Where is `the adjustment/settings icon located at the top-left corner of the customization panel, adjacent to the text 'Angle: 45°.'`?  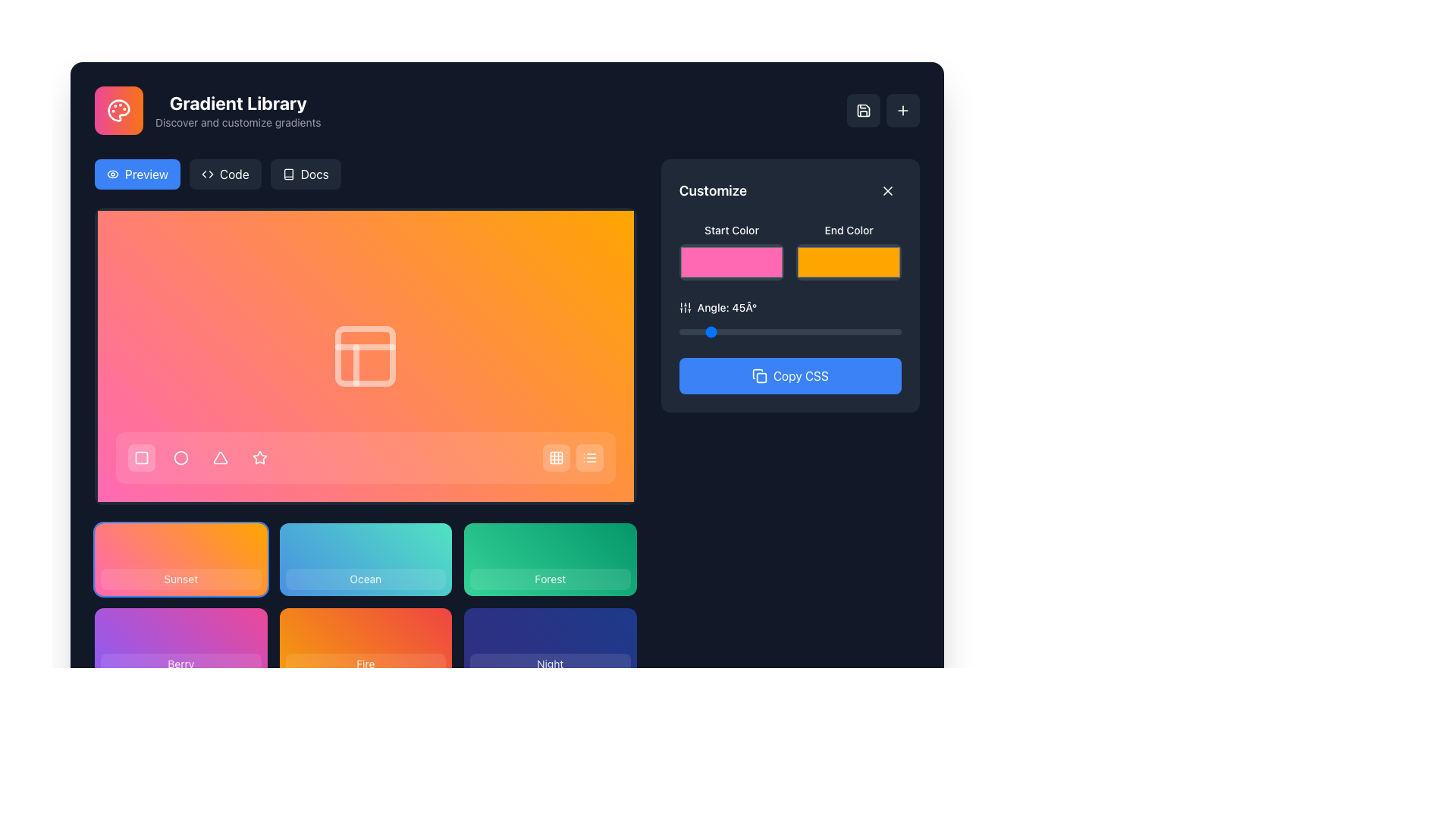
the adjustment/settings icon located at the top-left corner of the customization panel, adjacent to the text 'Angle: 45°.' is located at coordinates (684, 307).